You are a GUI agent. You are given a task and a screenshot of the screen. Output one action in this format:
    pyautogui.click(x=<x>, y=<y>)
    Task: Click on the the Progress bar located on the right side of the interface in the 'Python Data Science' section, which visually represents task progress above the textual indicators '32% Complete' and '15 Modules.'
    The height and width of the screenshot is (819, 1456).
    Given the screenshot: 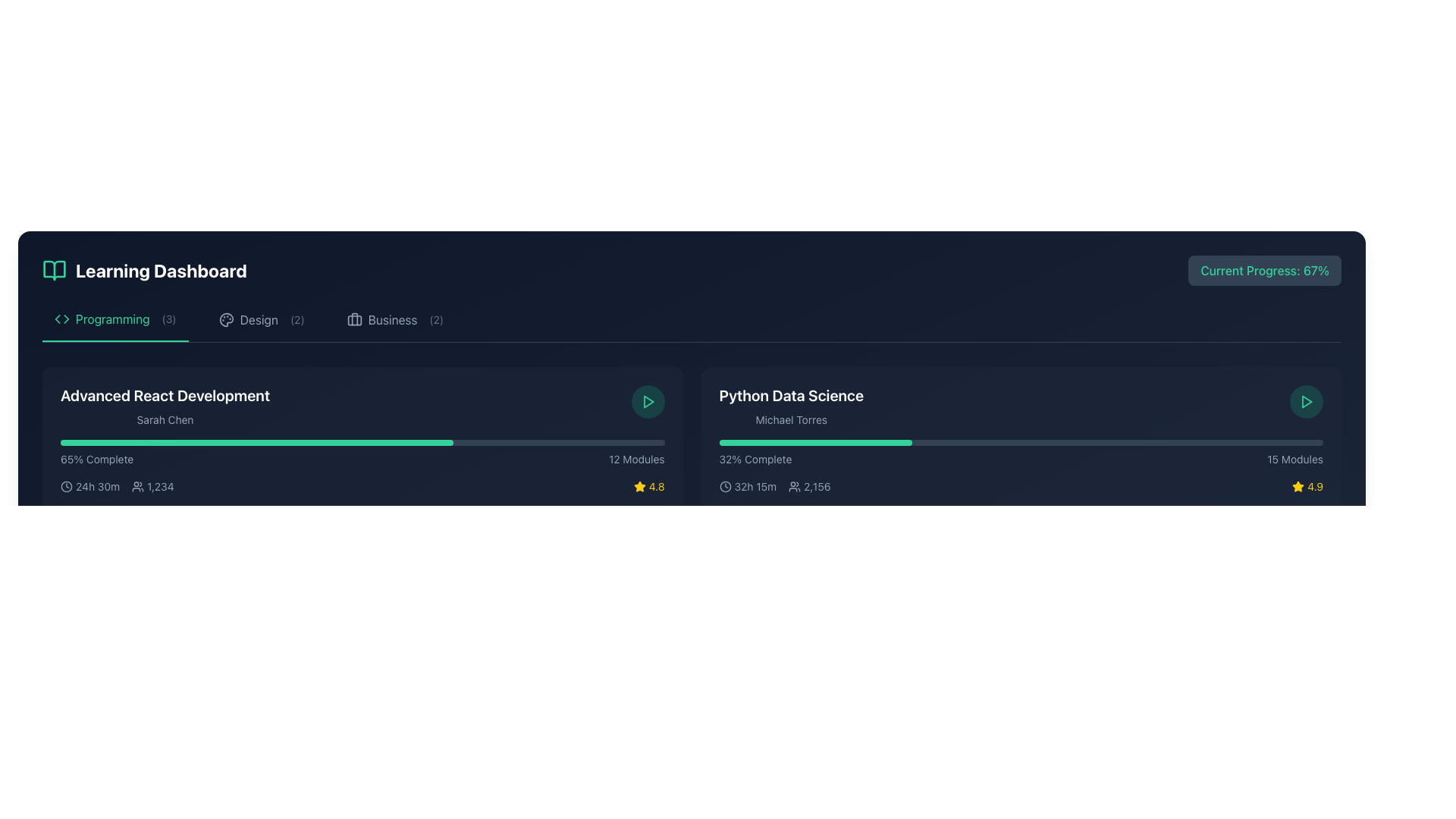 What is the action you would take?
    pyautogui.click(x=1021, y=442)
    